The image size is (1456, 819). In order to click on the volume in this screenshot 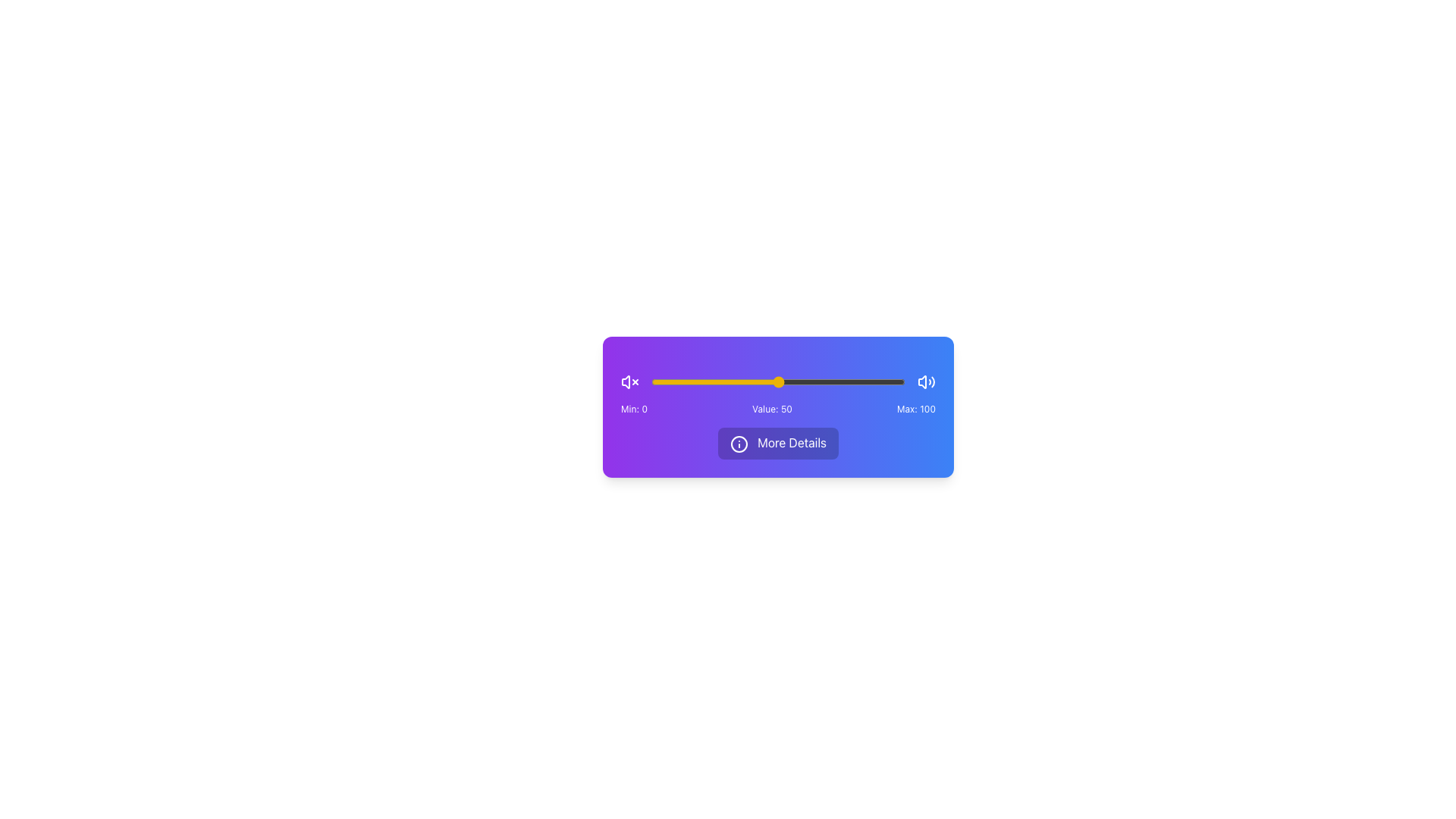, I will do `click(740, 381)`.